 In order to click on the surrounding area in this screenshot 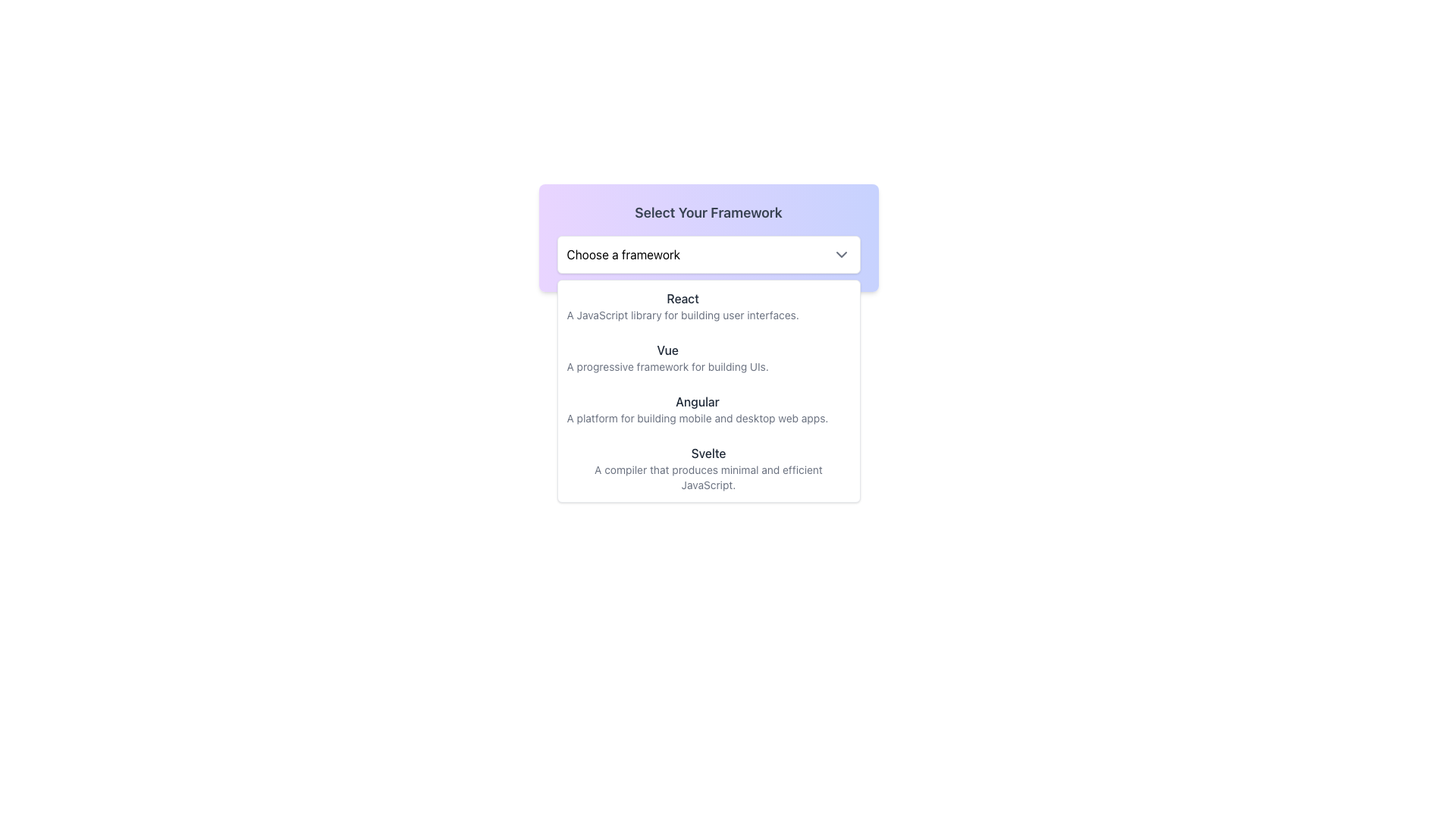, I will do `click(682, 298)`.